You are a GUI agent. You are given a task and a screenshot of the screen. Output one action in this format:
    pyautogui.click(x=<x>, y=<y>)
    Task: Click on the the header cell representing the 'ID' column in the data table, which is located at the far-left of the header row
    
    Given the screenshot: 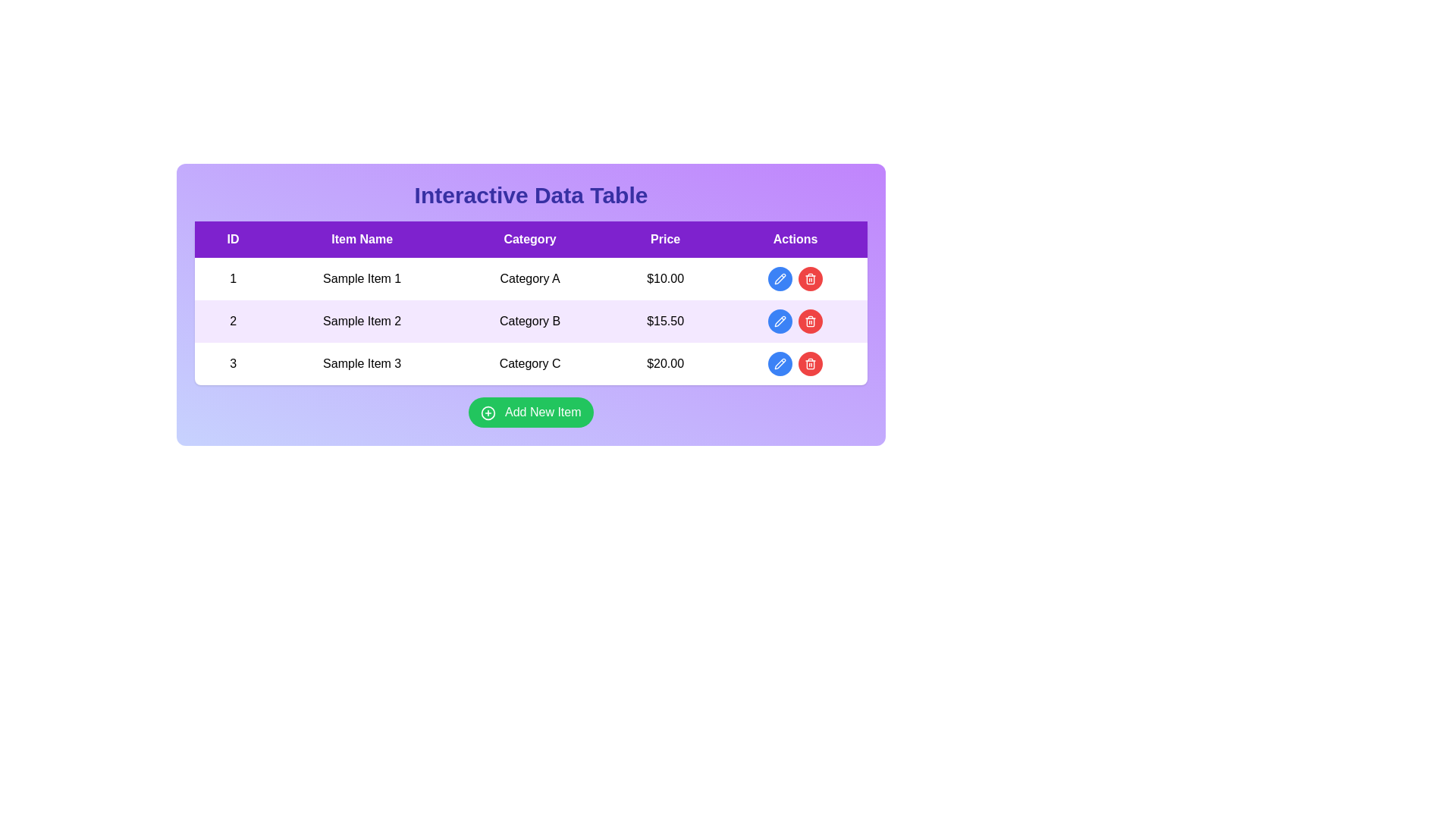 What is the action you would take?
    pyautogui.click(x=232, y=239)
    